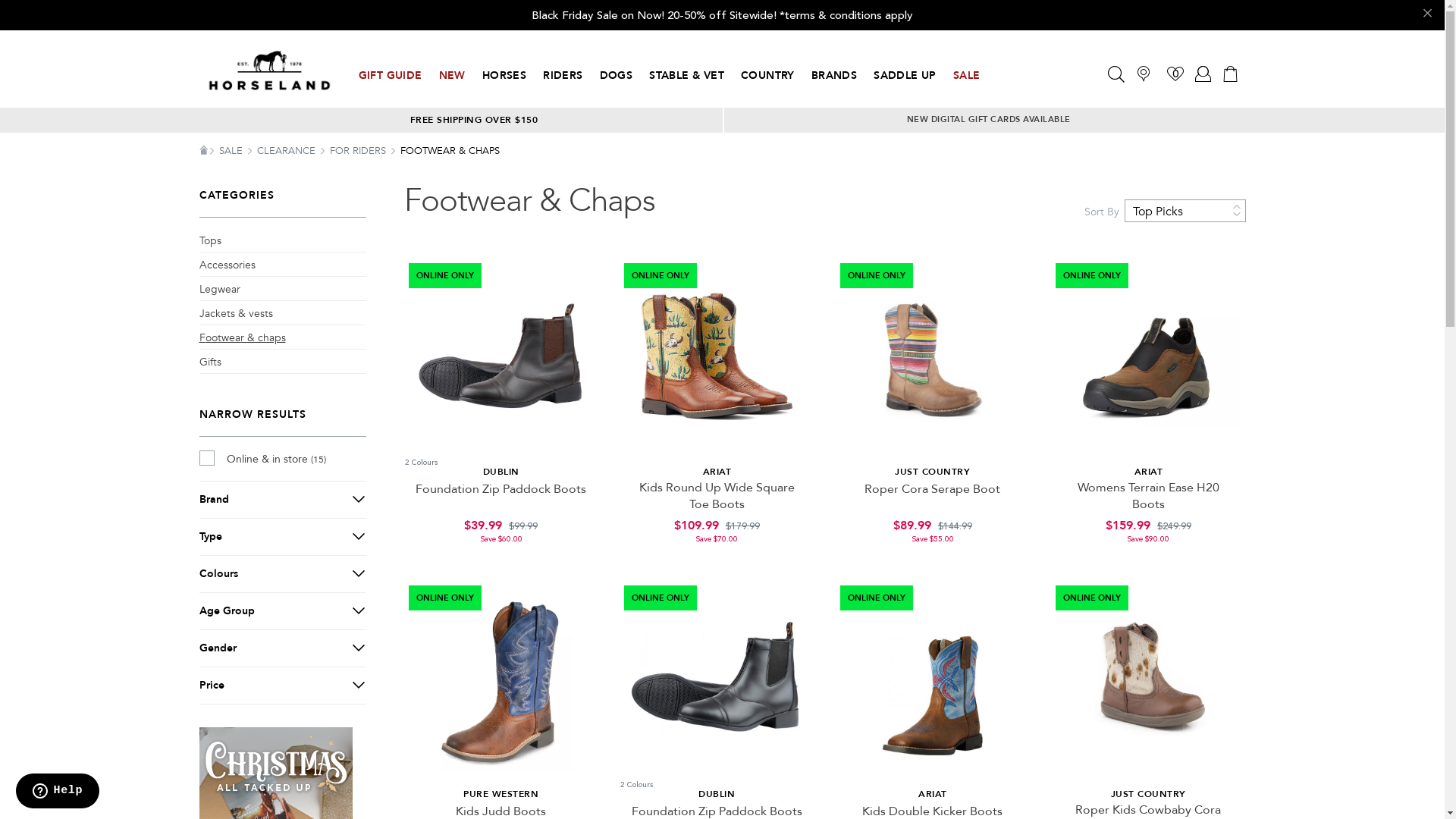 The width and height of the screenshot is (1456, 819). What do you see at coordinates (767, 76) in the screenshot?
I see `'COUNTRY'` at bounding box center [767, 76].